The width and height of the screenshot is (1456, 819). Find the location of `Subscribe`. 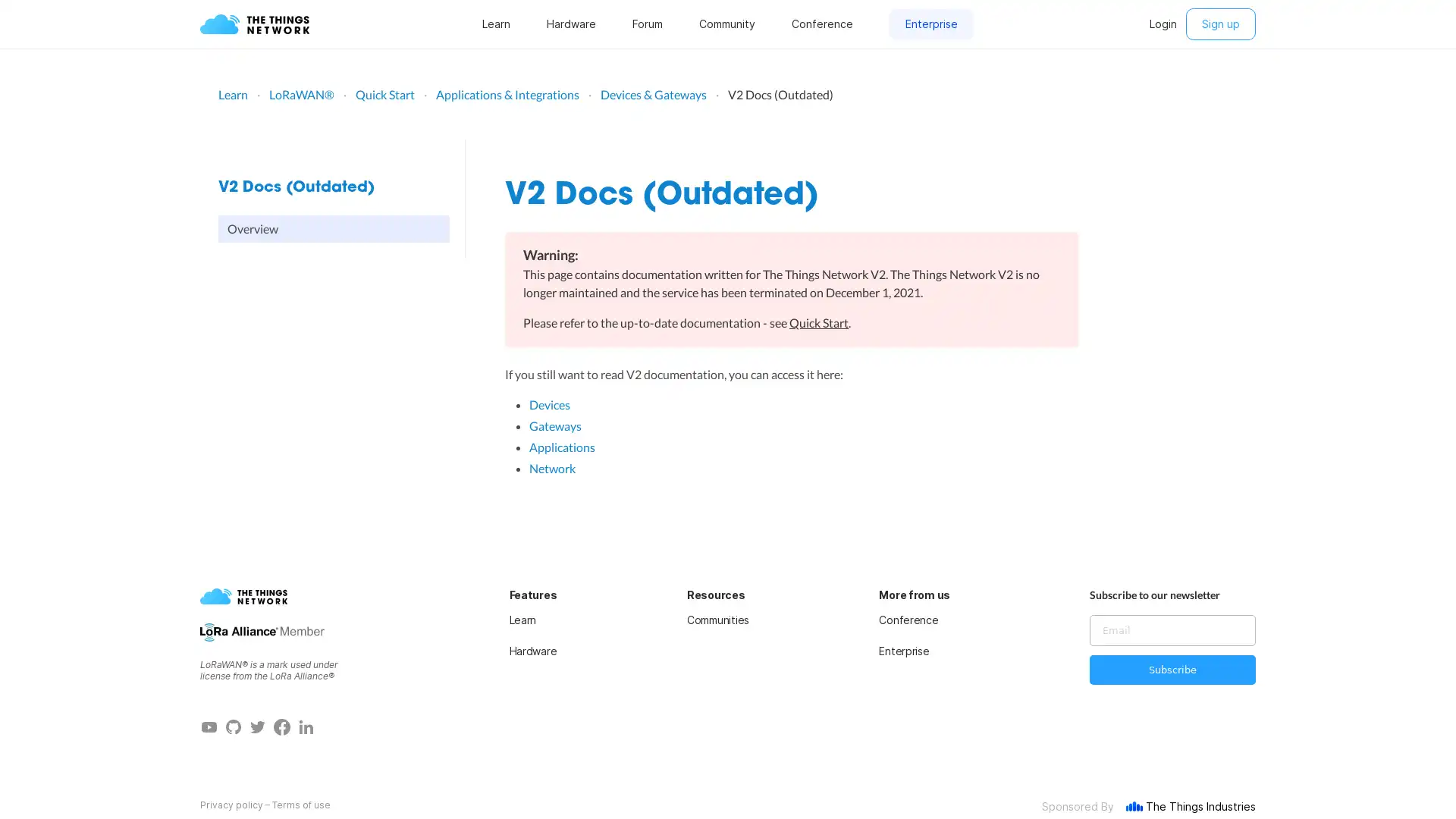

Subscribe is located at coordinates (1172, 669).